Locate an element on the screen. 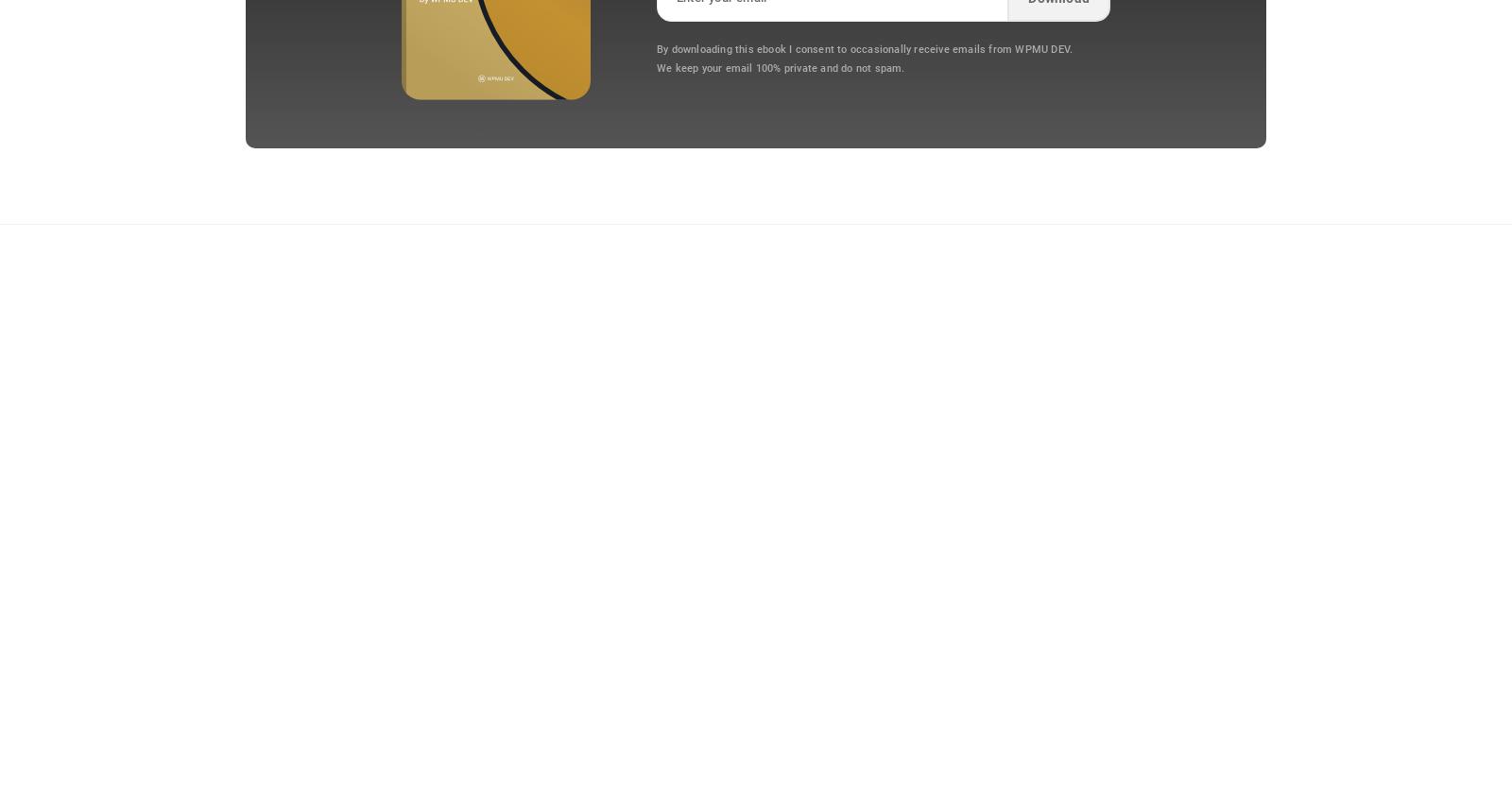 This screenshot has height=807, width=1512. 'About Us' is located at coordinates (1160, 348).